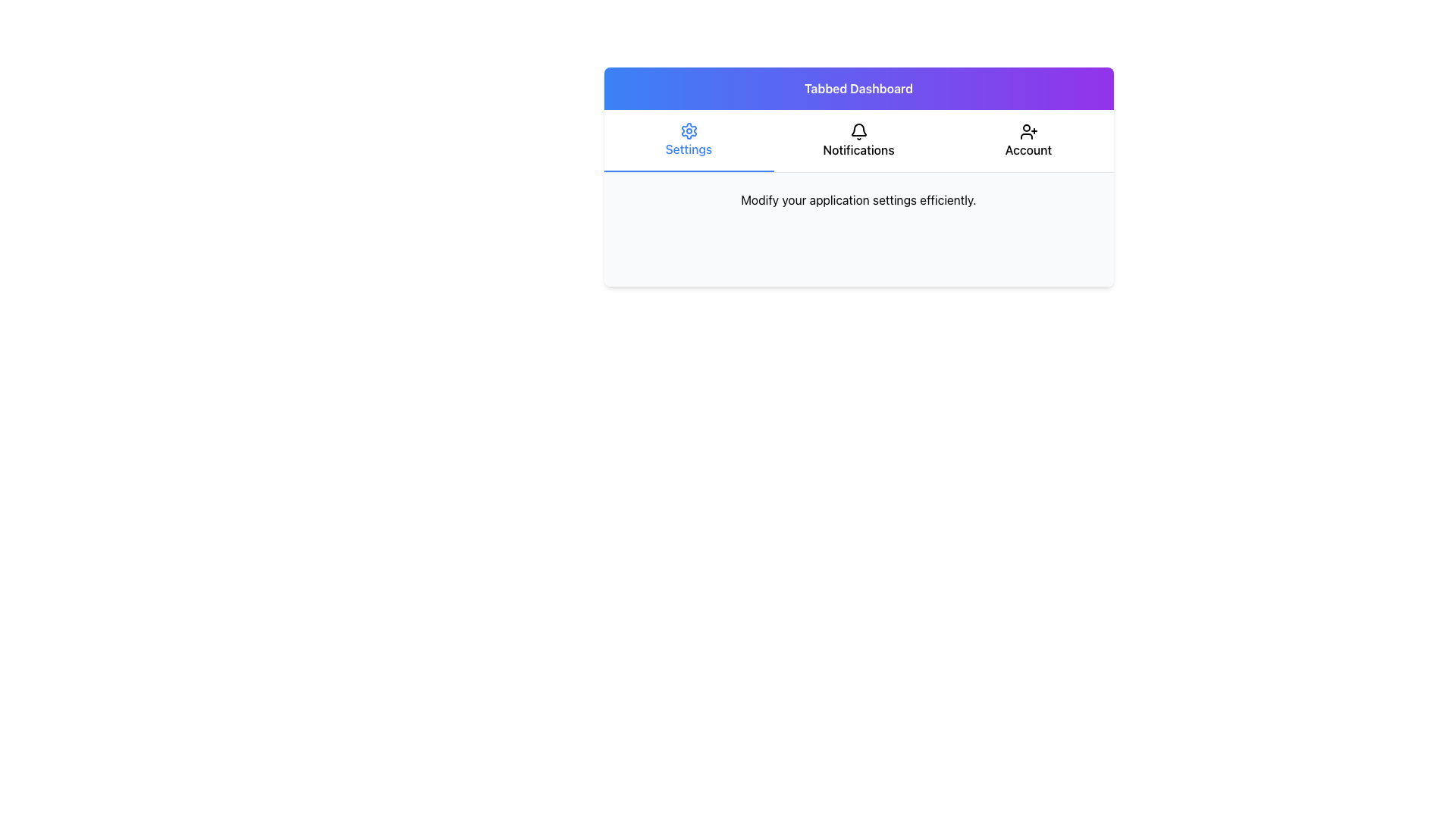  Describe the element at coordinates (688, 140) in the screenshot. I see `the settings tab in the header section of the dashboard` at that location.